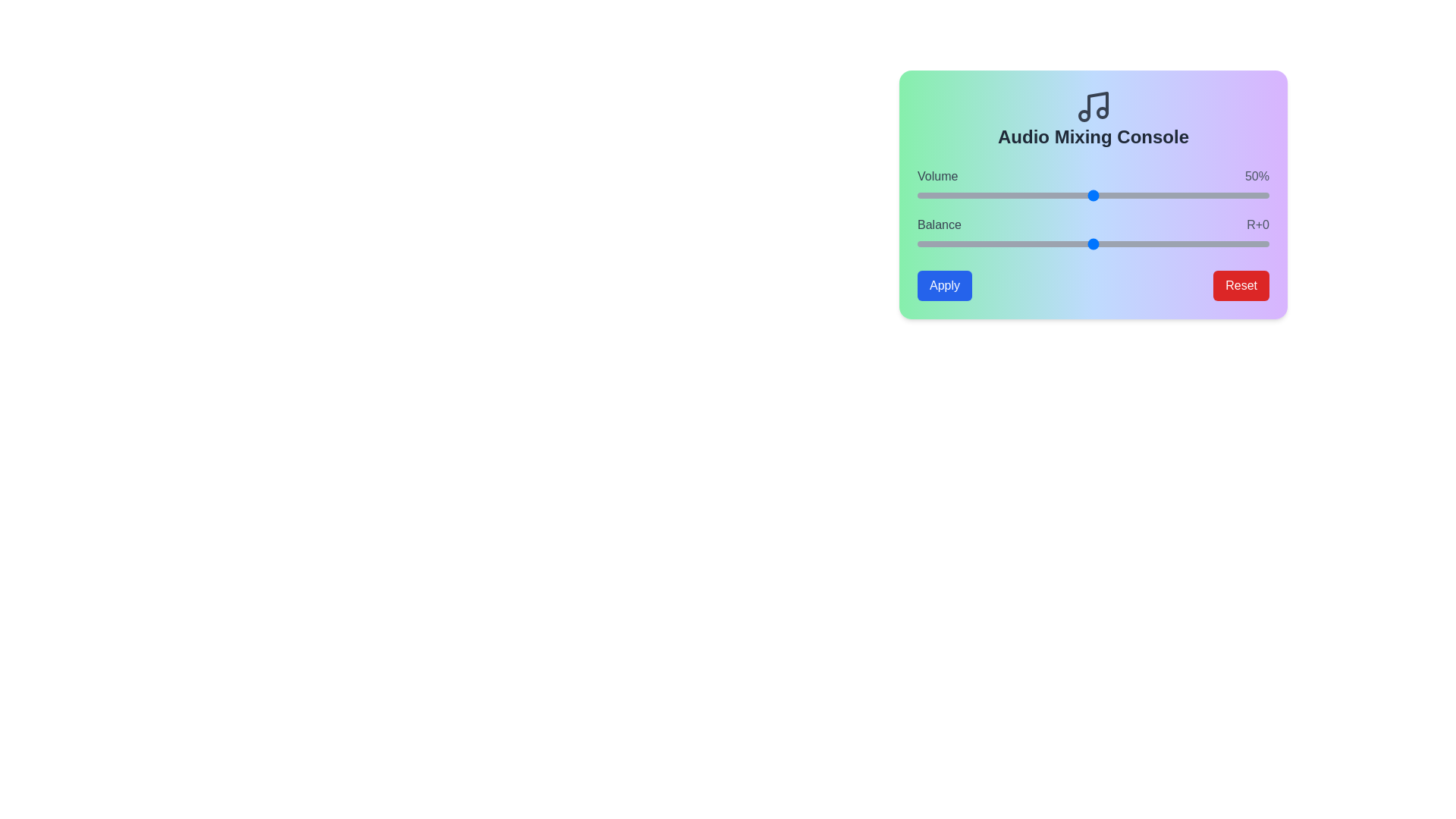 Image resolution: width=1456 pixels, height=819 pixels. What do you see at coordinates (1100, 195) in the screenshot?
I see `the slider` at bounding box center [1100, 195].